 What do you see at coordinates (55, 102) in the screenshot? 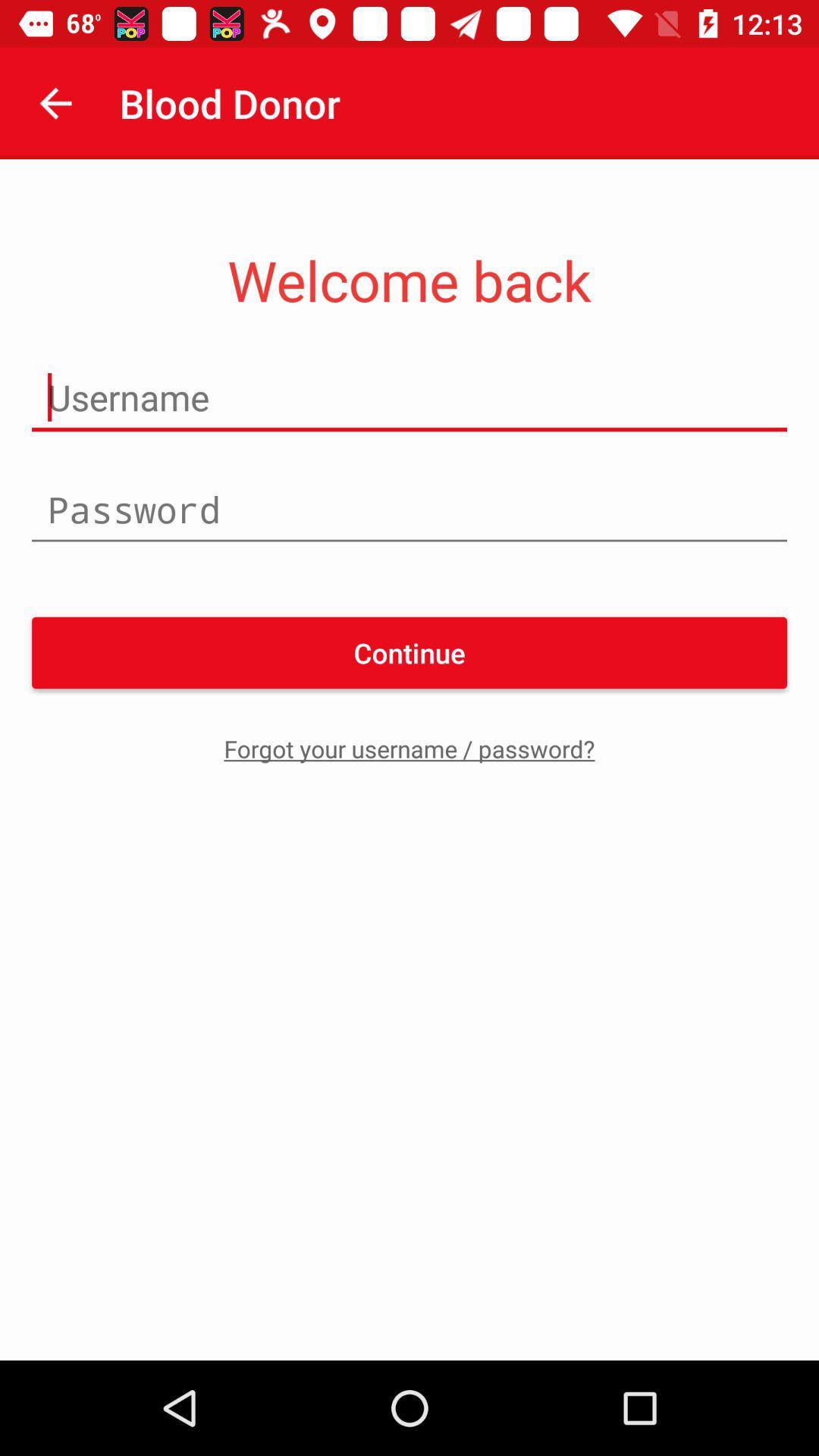
I see `the item next to blood donor` at bounding box center [55, 102].